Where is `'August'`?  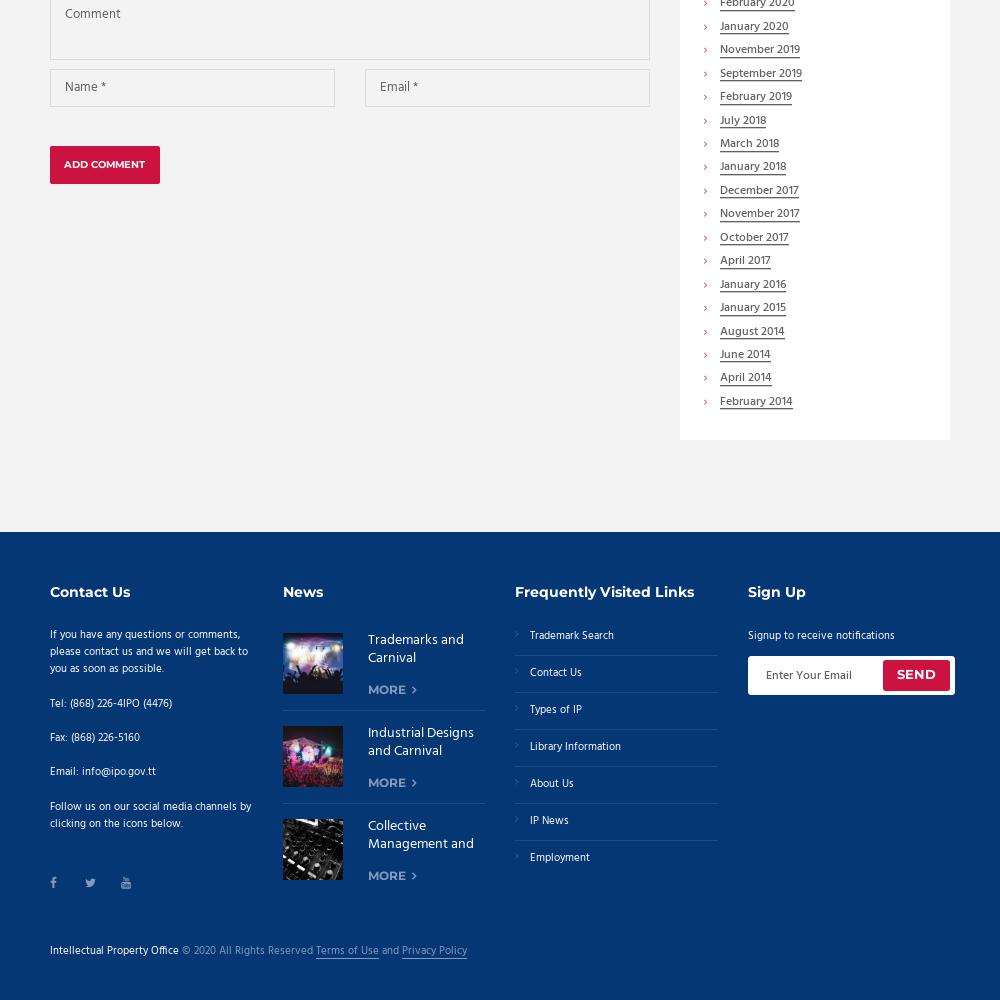 'August' is located at coordinates (718, 330).